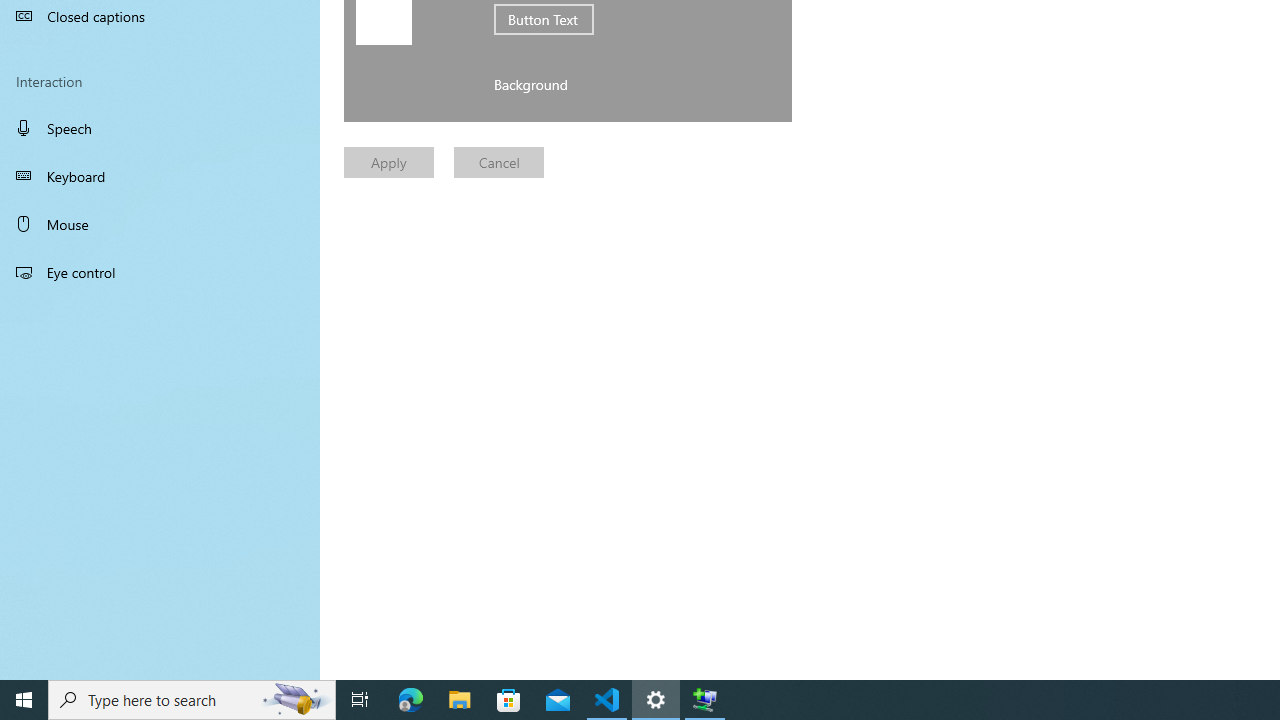  I want to click on 'Speech', so click(160, 127).